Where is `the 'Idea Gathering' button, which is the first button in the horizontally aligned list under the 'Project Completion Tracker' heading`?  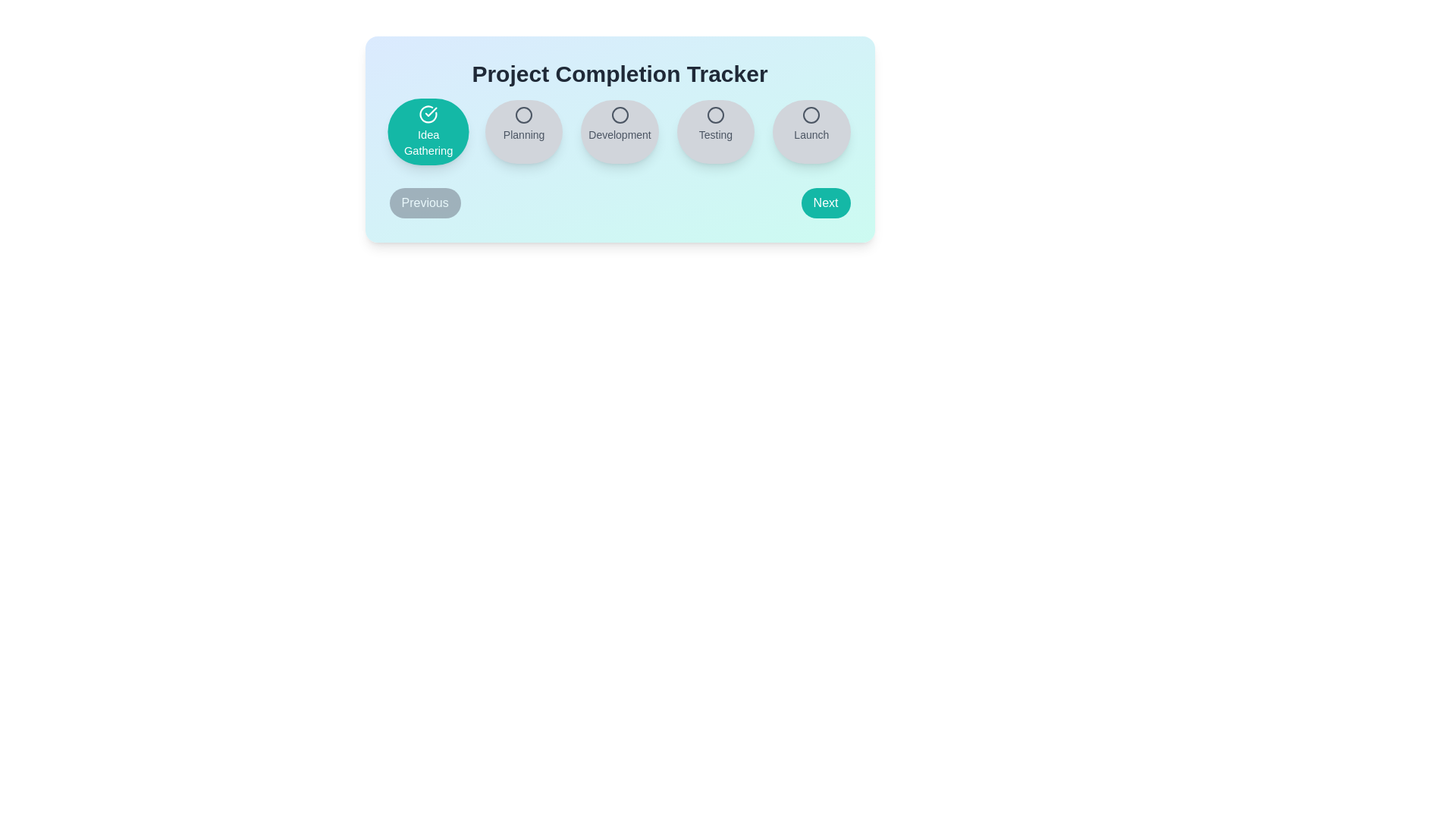 the 'Idea Gathering' button, which is the first button in the horizontally aligned list under the 'Project Completion Tracker' heading is located at coordinates (427, 130).